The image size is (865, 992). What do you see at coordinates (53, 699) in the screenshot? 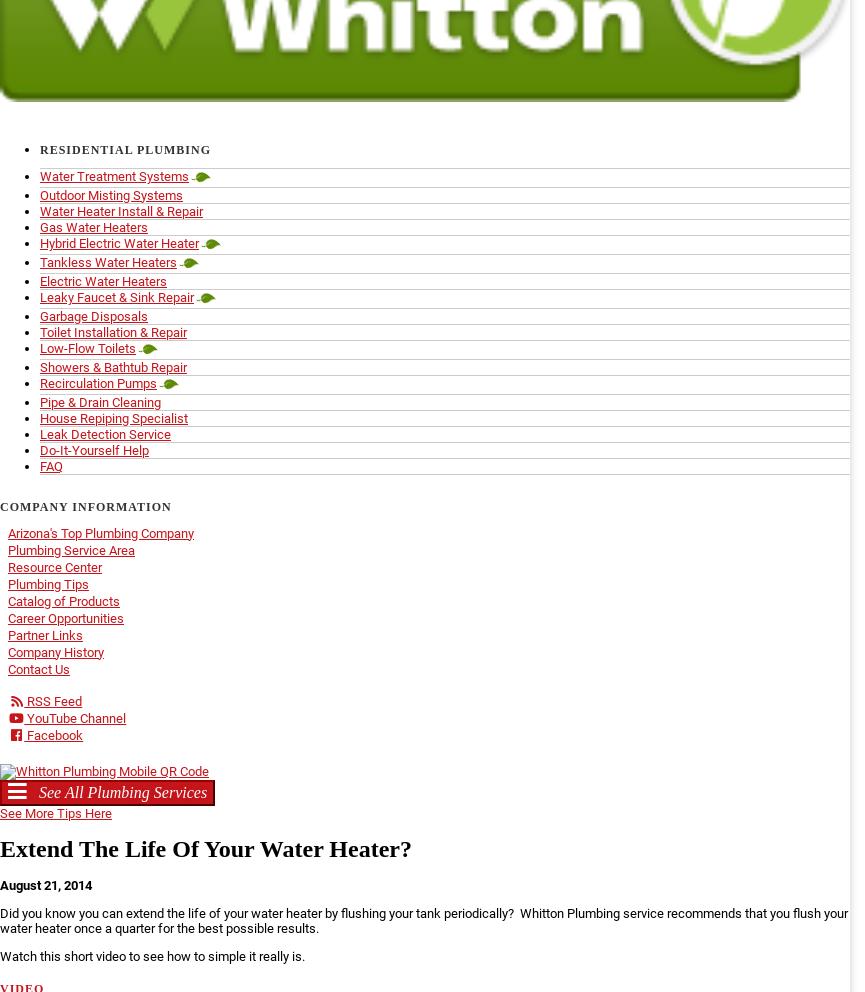
I see `'RSS Feed'` at bounding box center [53, 699].